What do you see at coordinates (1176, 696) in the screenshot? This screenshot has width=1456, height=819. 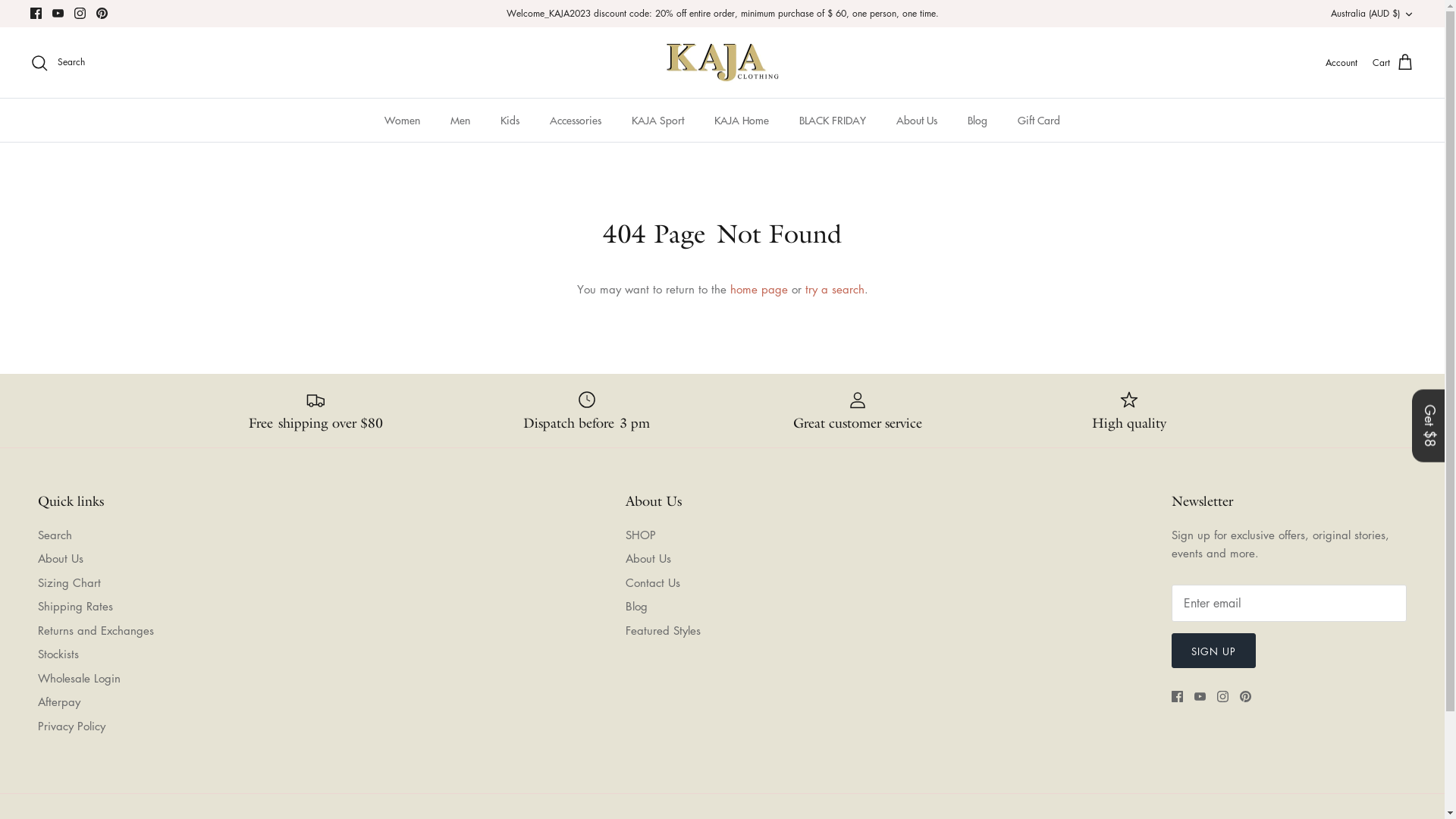 I see `'Facebook'` at bounding box center [1176, 696].